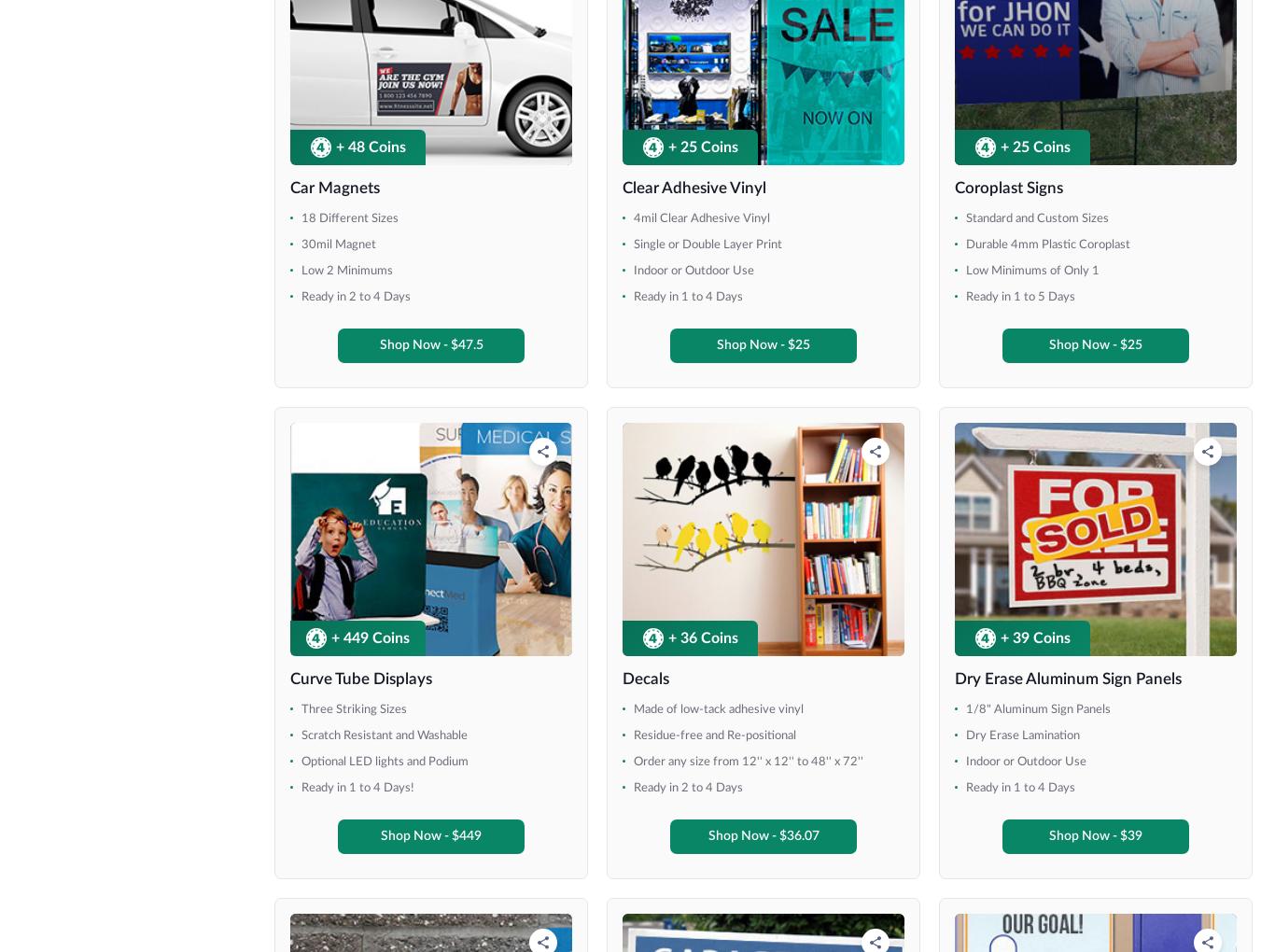 This screenshot has height=952, width=1275. What do you see at coordinates (797, 513) in the screenshot?
I see `'Design Templates'` at bounding box center [797, 513].